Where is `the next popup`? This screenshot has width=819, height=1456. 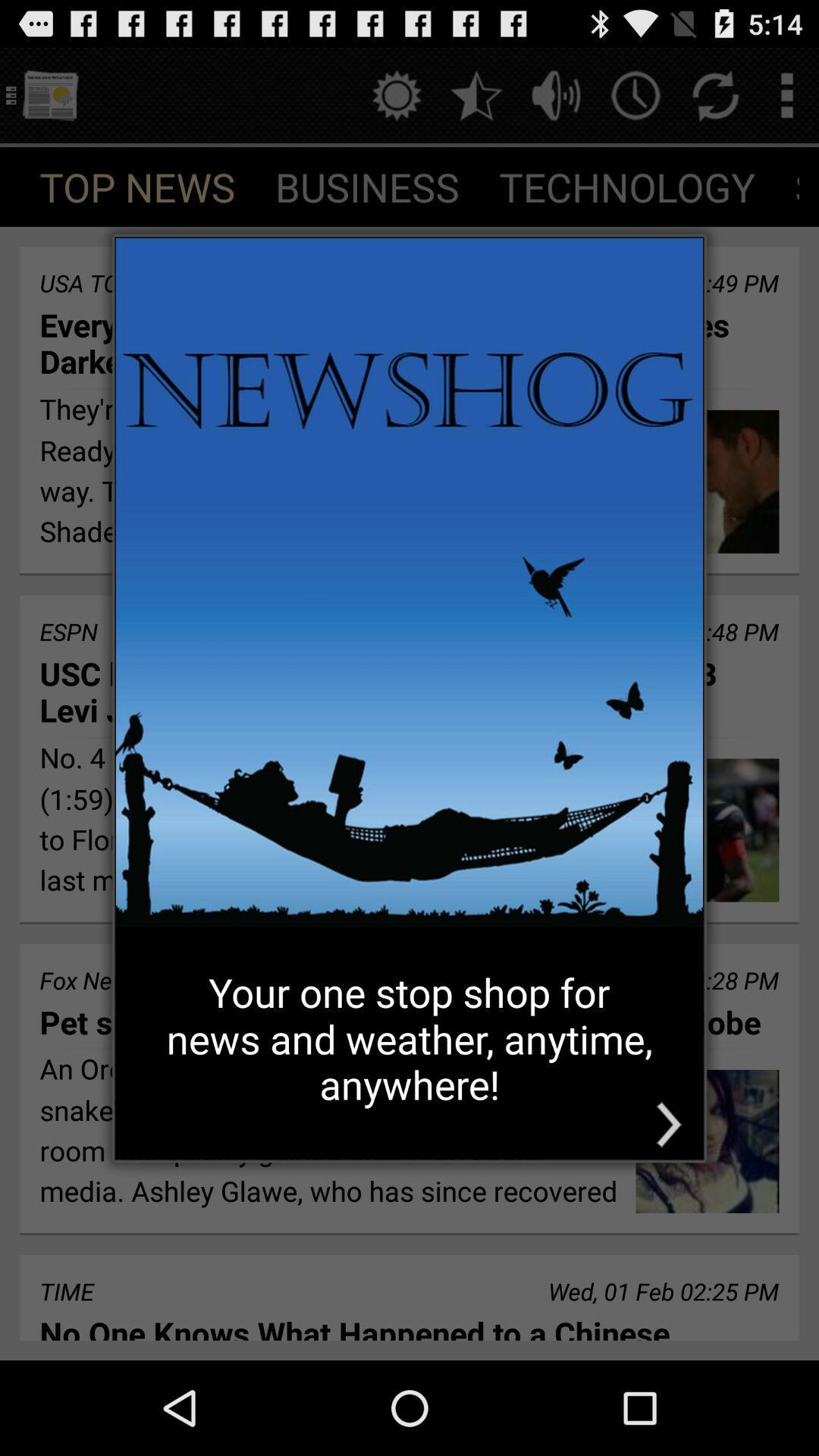
the next popup is located at coordinates (668, 1125).